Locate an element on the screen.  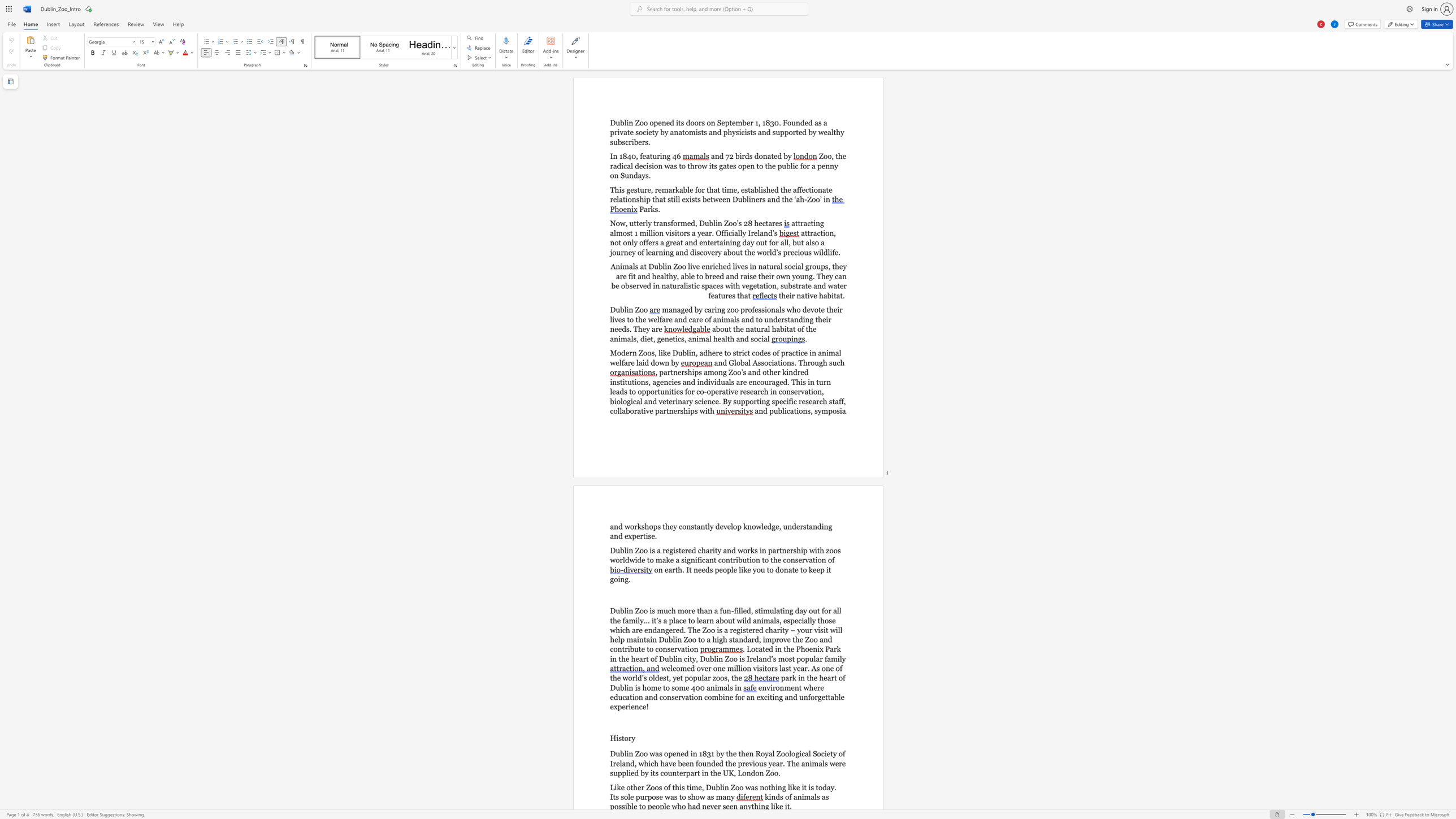
the subset text "but al" within the text "a great and entertaining day out for all, but also a journey of learning and discovery about the world’s precious wildlife" is located at coordinates (792, 242).